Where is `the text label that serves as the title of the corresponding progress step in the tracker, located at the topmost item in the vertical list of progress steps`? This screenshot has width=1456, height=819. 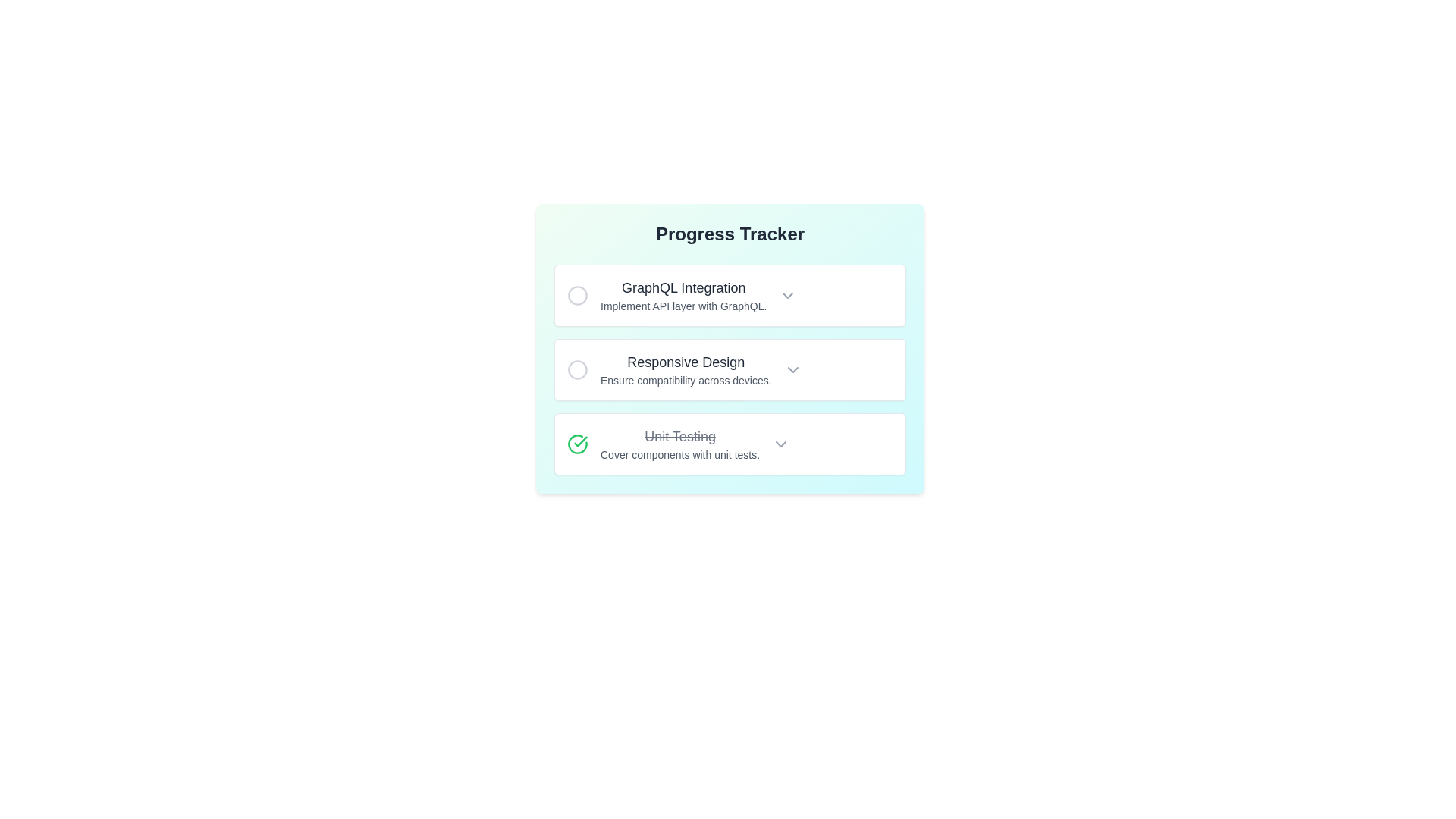
the text label that serves as the title of the corresponding progress step in the tracker, located at the topmost item in the vertical list of progress steps is located at coordinates (682, 288).